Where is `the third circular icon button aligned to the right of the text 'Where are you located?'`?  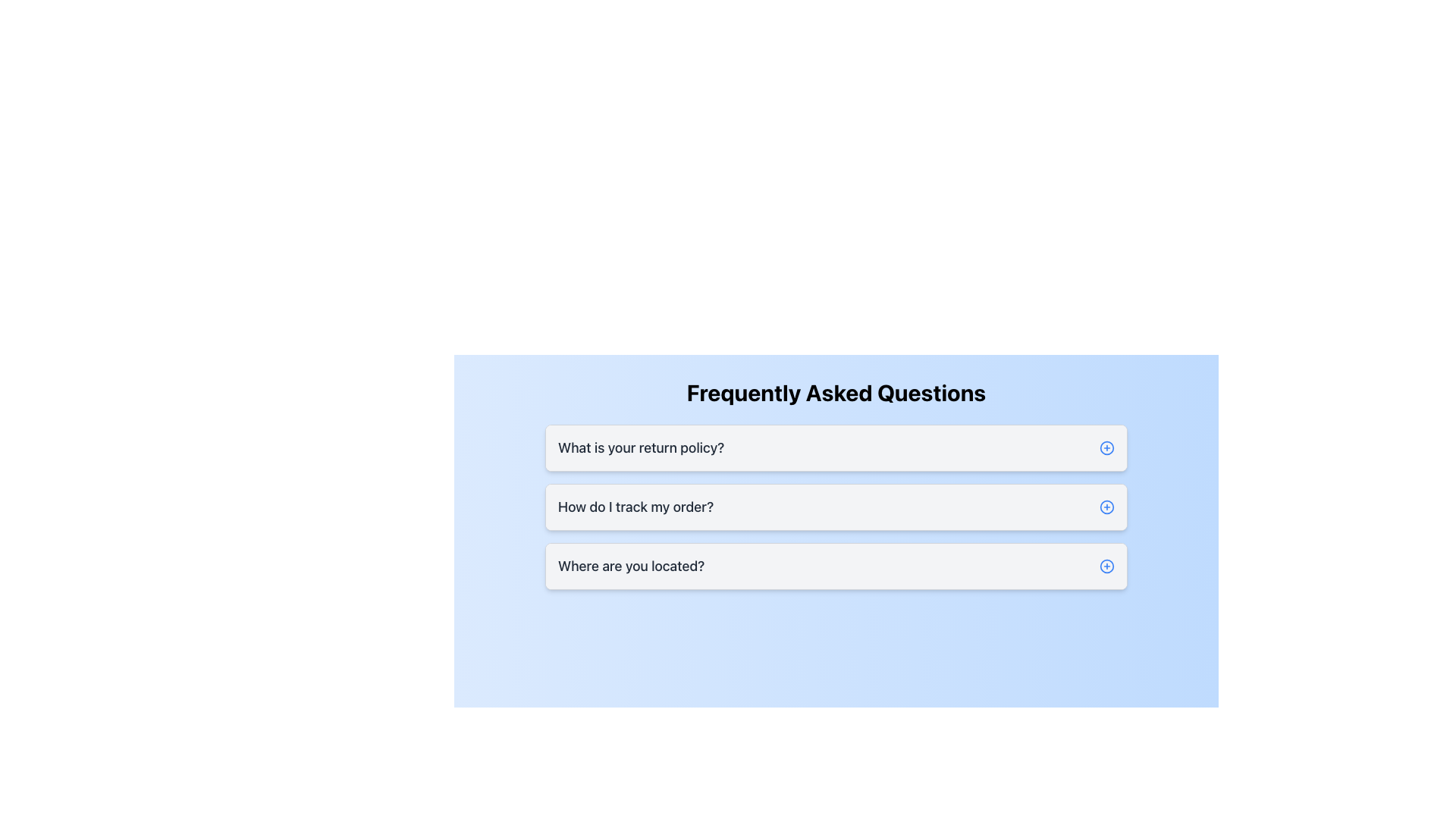
the third circular icon button aligned to the right of the text 'Where are you located?' is located at coordinates (1106, 566).